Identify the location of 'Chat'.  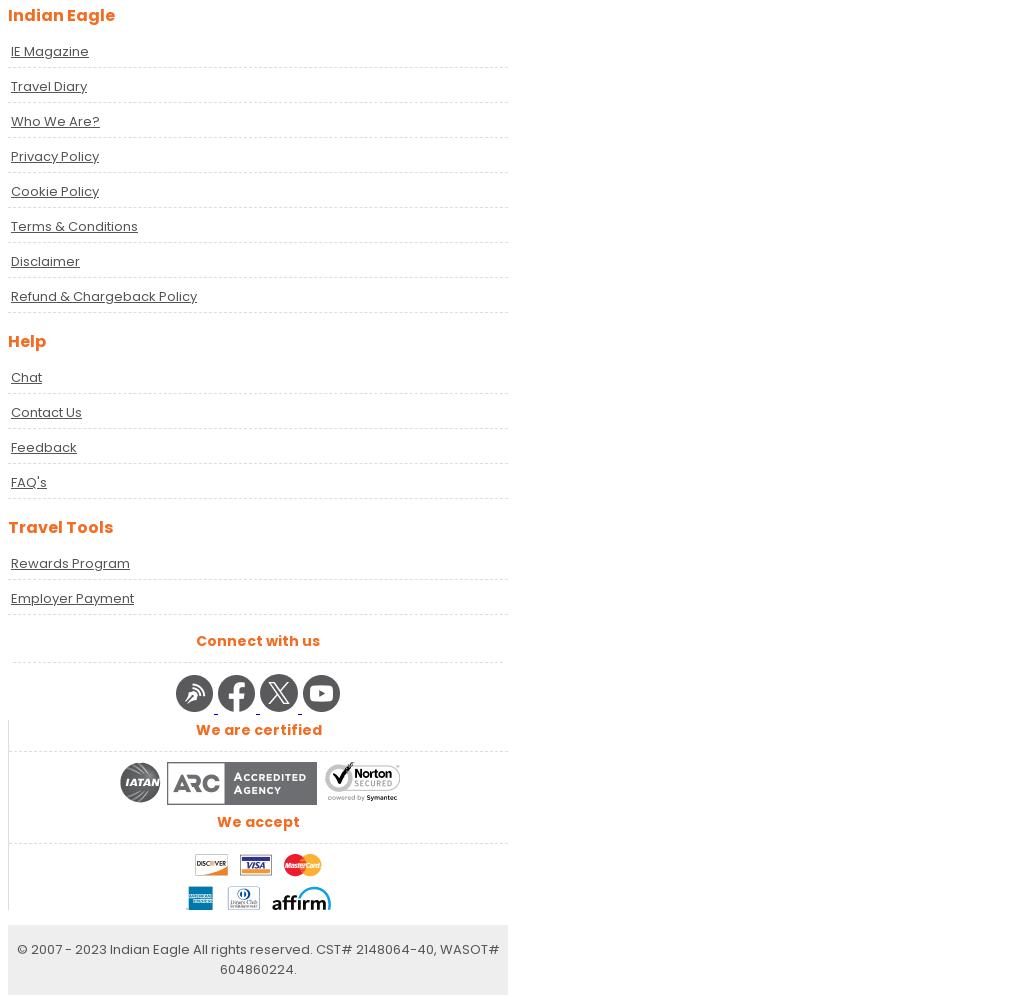
(9, 375).